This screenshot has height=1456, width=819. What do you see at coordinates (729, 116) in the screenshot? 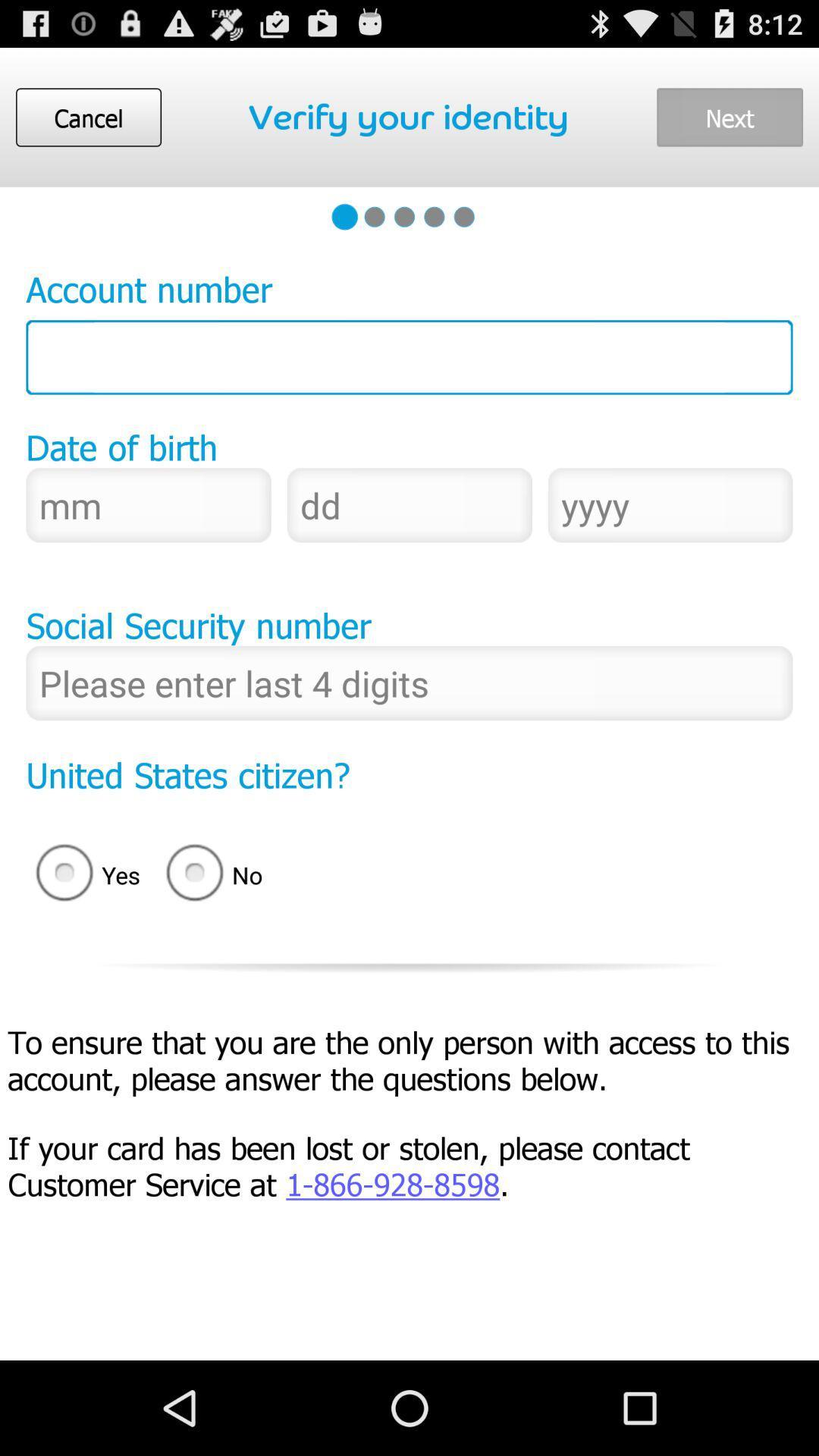
I see `the item next to verify your identity` at bounding box center [729, 116].